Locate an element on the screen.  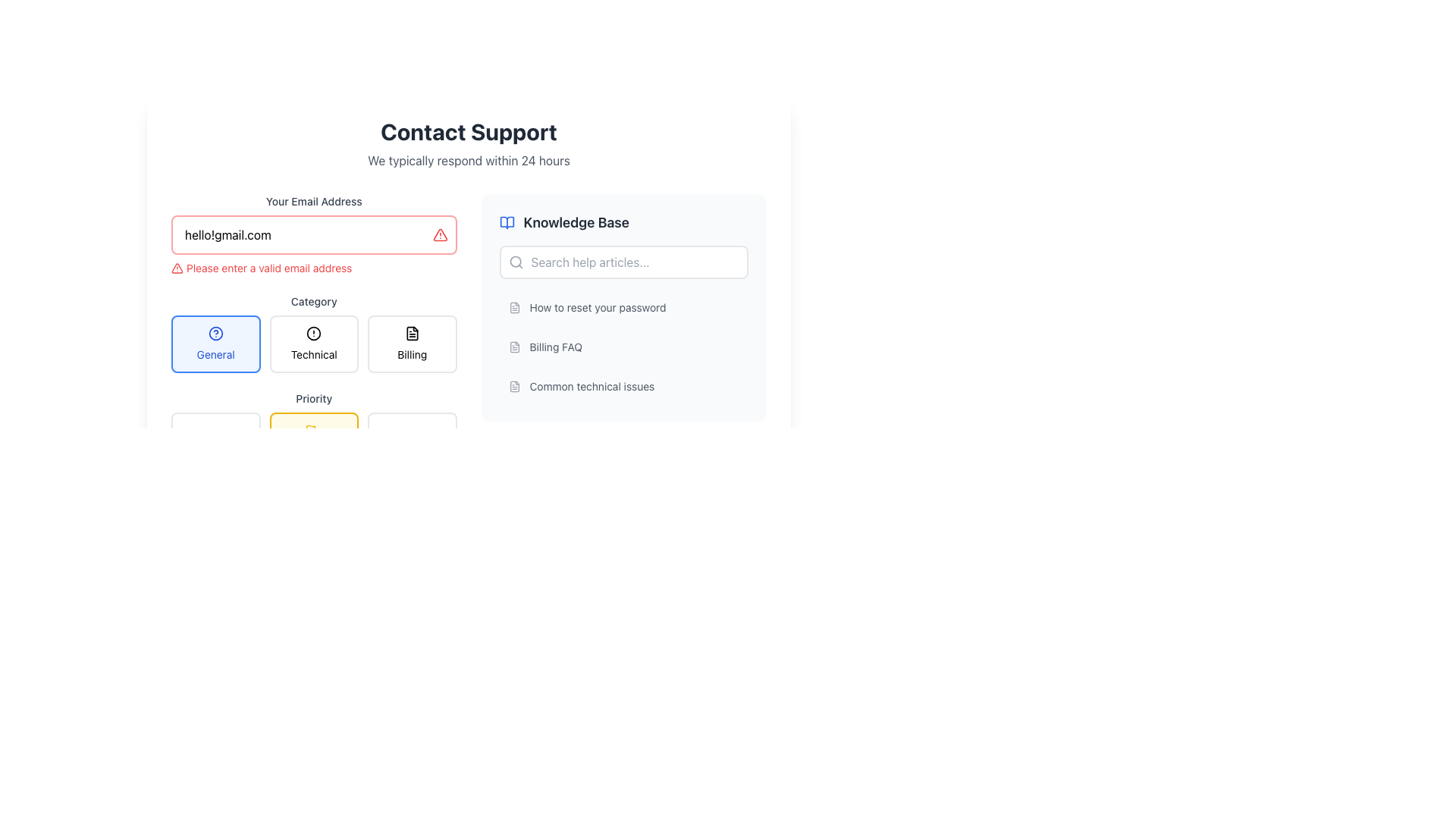
the 'Billing' button, which is a rectangular button with a light-gray border, featuring a document icon at the top and the text 'Billing' below it, located below the 'Category' section and to the right of the 'Technical' button is located at coordinates (412, 344).